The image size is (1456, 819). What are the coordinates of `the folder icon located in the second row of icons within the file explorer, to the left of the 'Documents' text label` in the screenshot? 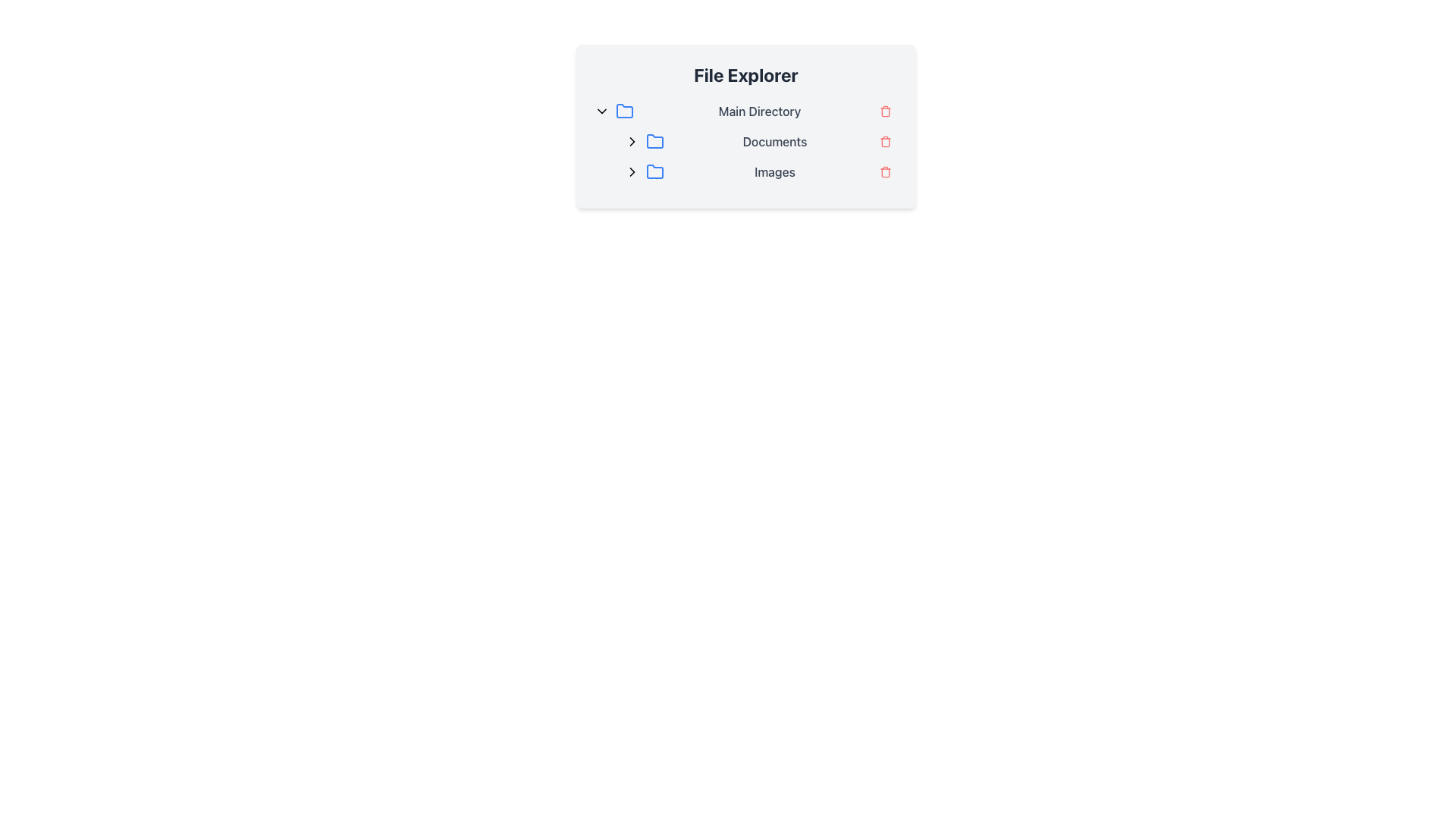 It's located at (655, 141).